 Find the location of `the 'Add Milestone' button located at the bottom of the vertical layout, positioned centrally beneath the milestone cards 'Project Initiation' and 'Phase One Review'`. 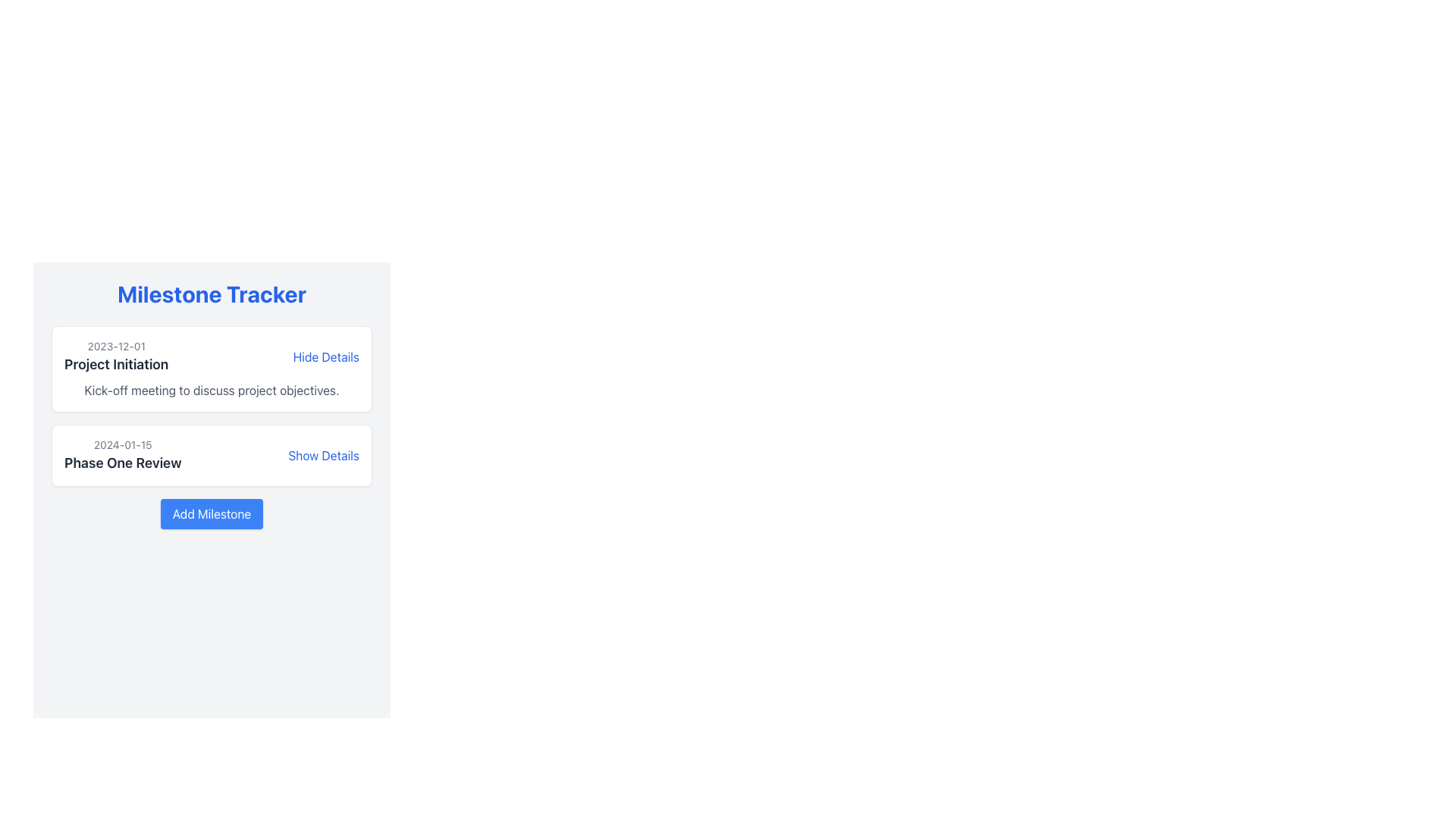

the 'Add Milestone' button located at the bottom of the vertical layout, positioned centrally beneath the milestone cards 'Project Initiation' and 'Phase One Review' is located at coordinates (211, 513).